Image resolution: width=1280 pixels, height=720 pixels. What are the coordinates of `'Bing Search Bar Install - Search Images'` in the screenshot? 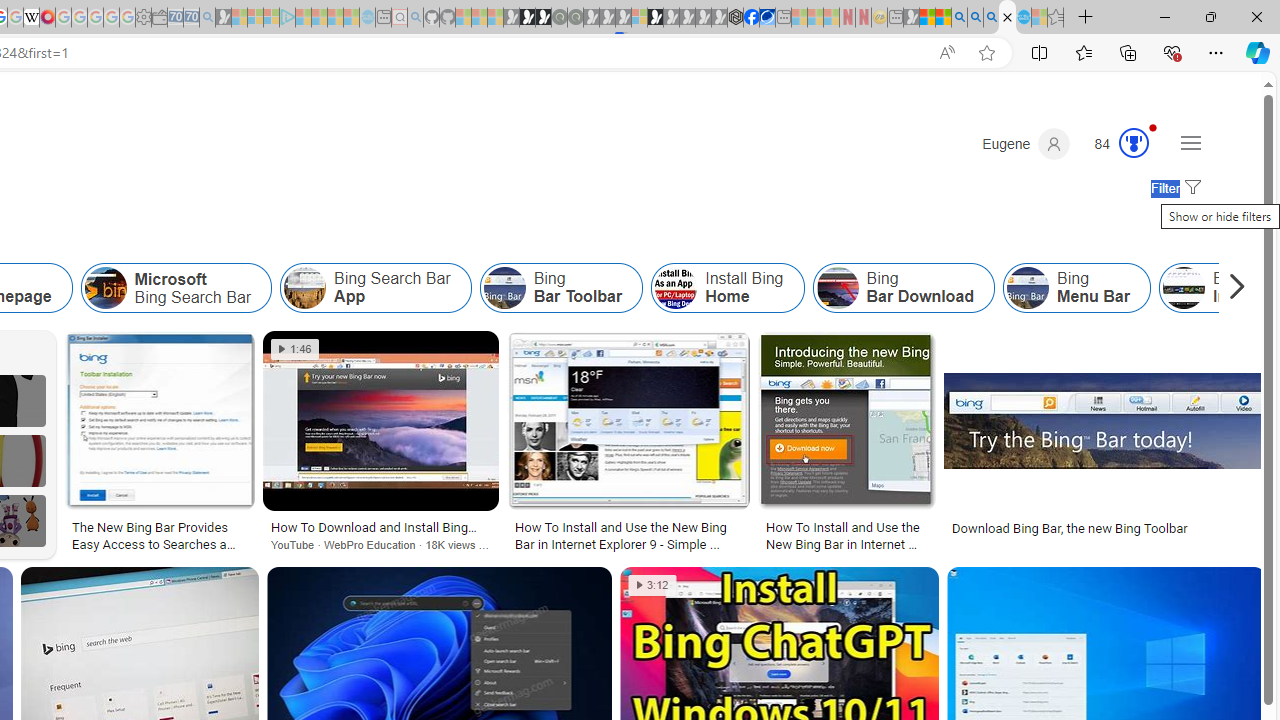 It's located at (1007, 17).